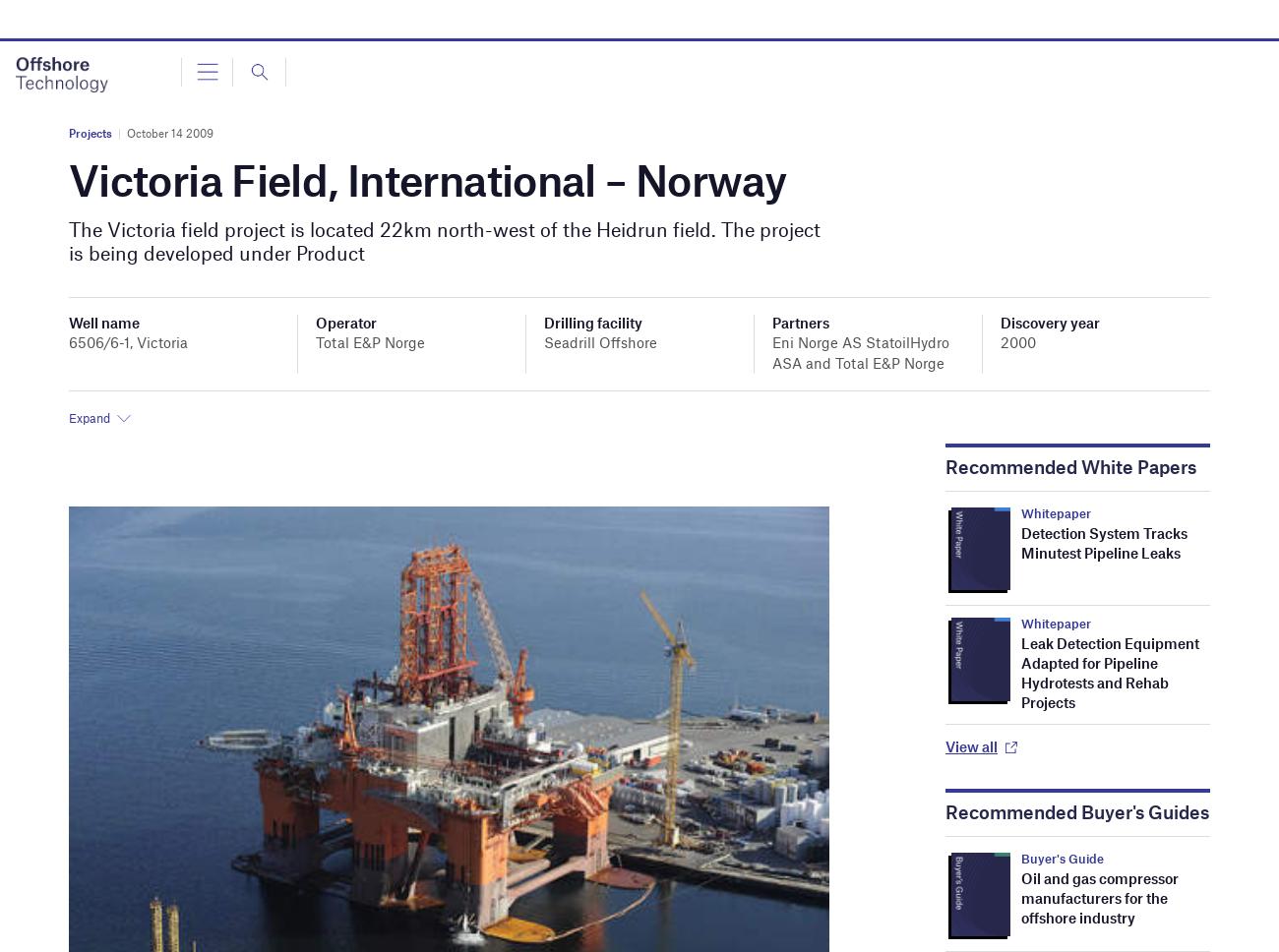 The image size is (1279, 952). I want to click on 'News', so click(30, 20).